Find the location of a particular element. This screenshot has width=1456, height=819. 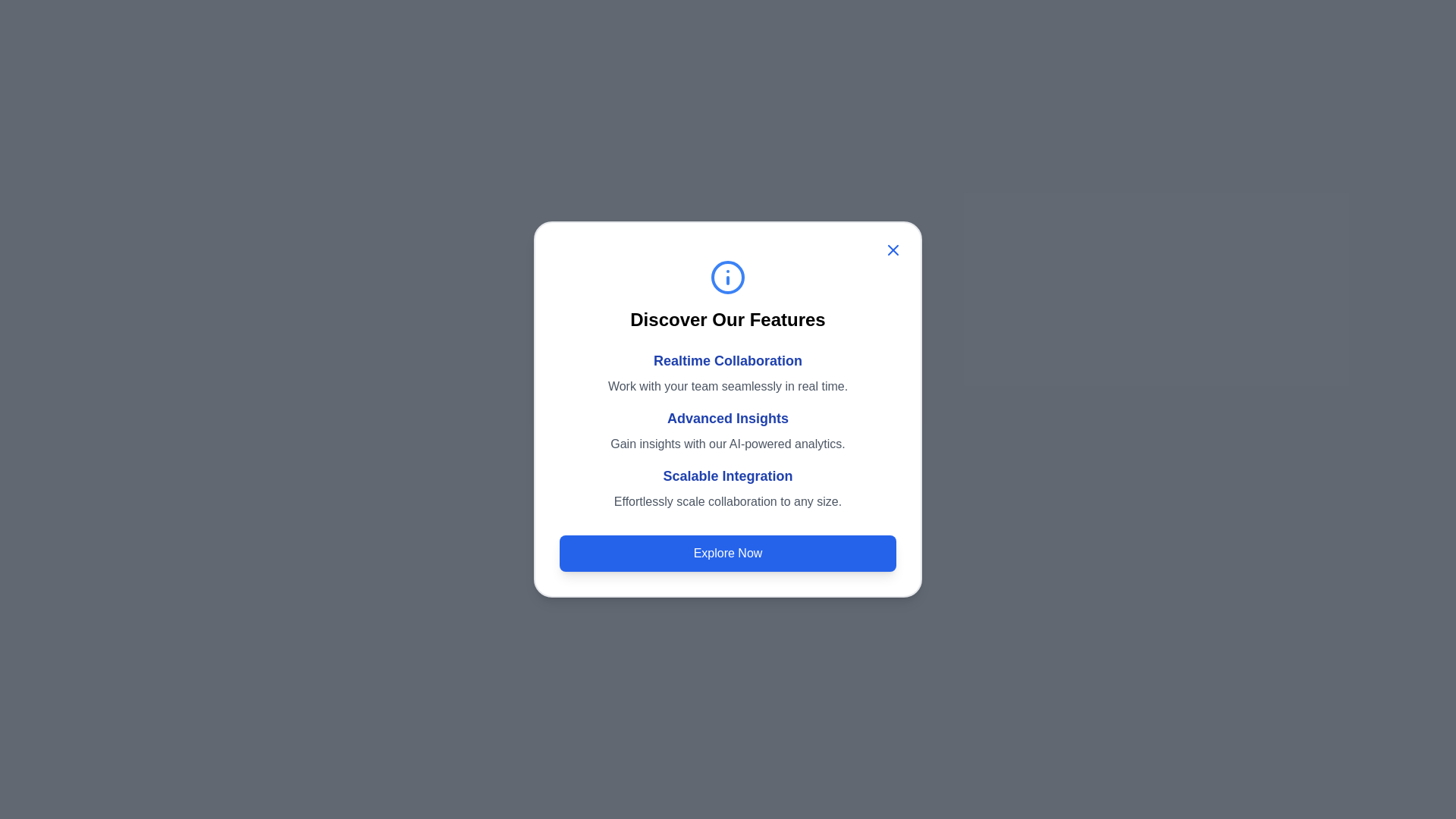

the small blue 'x' mark icon located at the top-right corner of the white card is located at coordinates (893, 249).